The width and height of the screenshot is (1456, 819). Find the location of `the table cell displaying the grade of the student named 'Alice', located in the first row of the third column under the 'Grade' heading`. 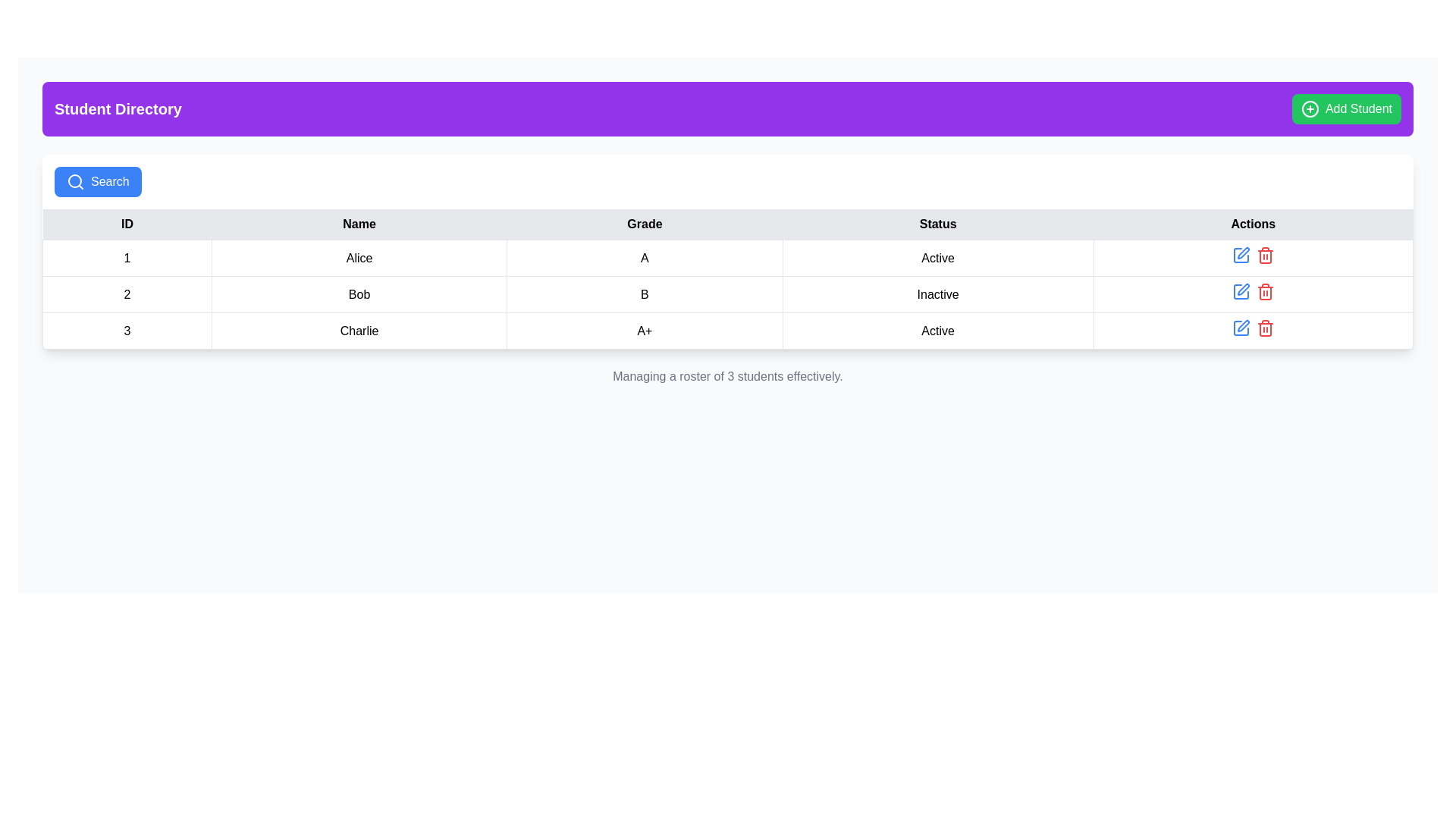

the table cell displaying the grade of the student named 'Alice', located in the first row of the third column under the 'Grade' heading is located at coordinates (645, 257).